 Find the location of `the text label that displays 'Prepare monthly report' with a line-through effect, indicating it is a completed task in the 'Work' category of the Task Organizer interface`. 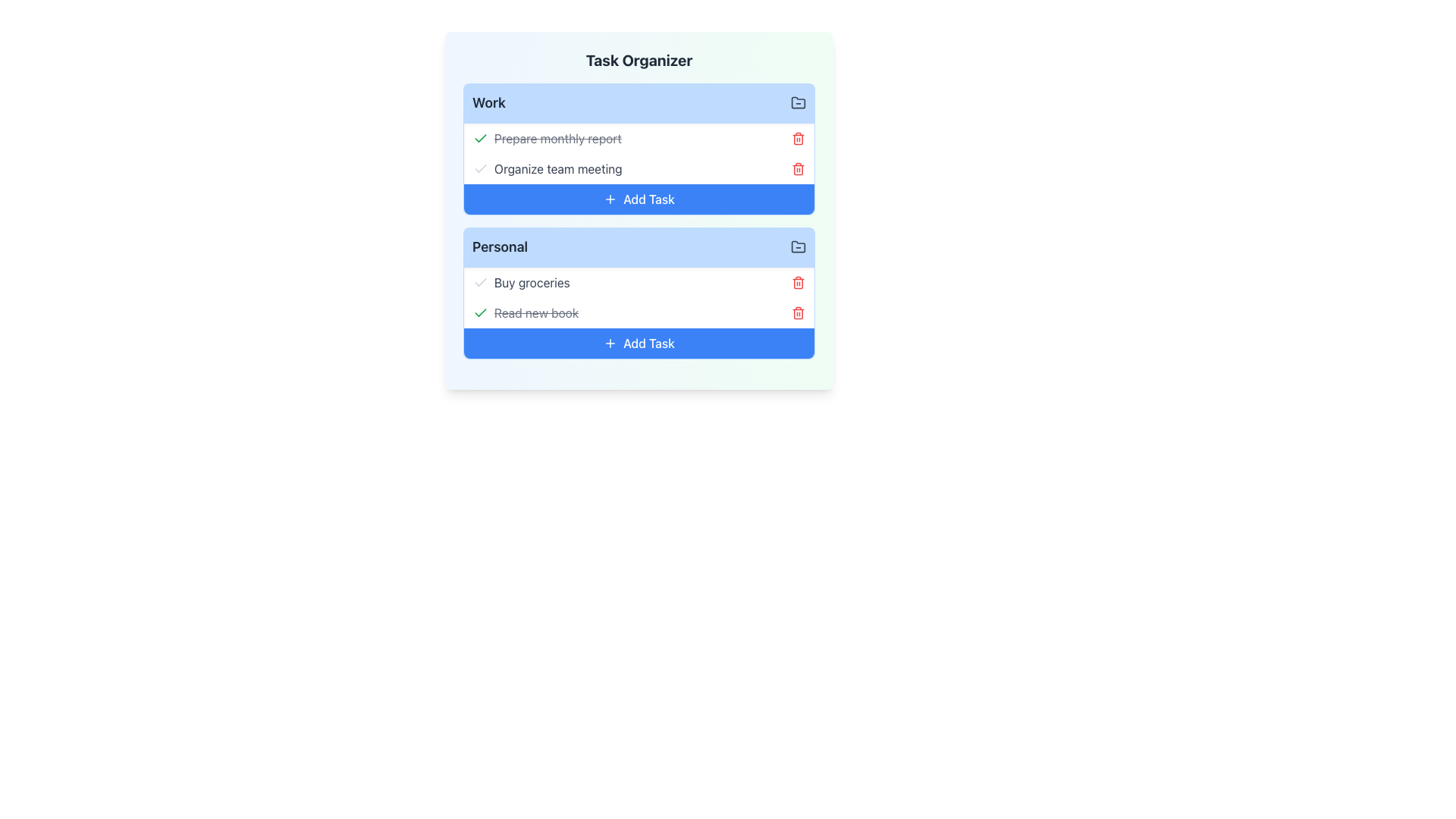

the text label that displays 'Prepare monthly report' with a line-through effect, indicating it is a completed task in the 'Work' category of the Task Organizer interface is located at coordinates (557, 138).